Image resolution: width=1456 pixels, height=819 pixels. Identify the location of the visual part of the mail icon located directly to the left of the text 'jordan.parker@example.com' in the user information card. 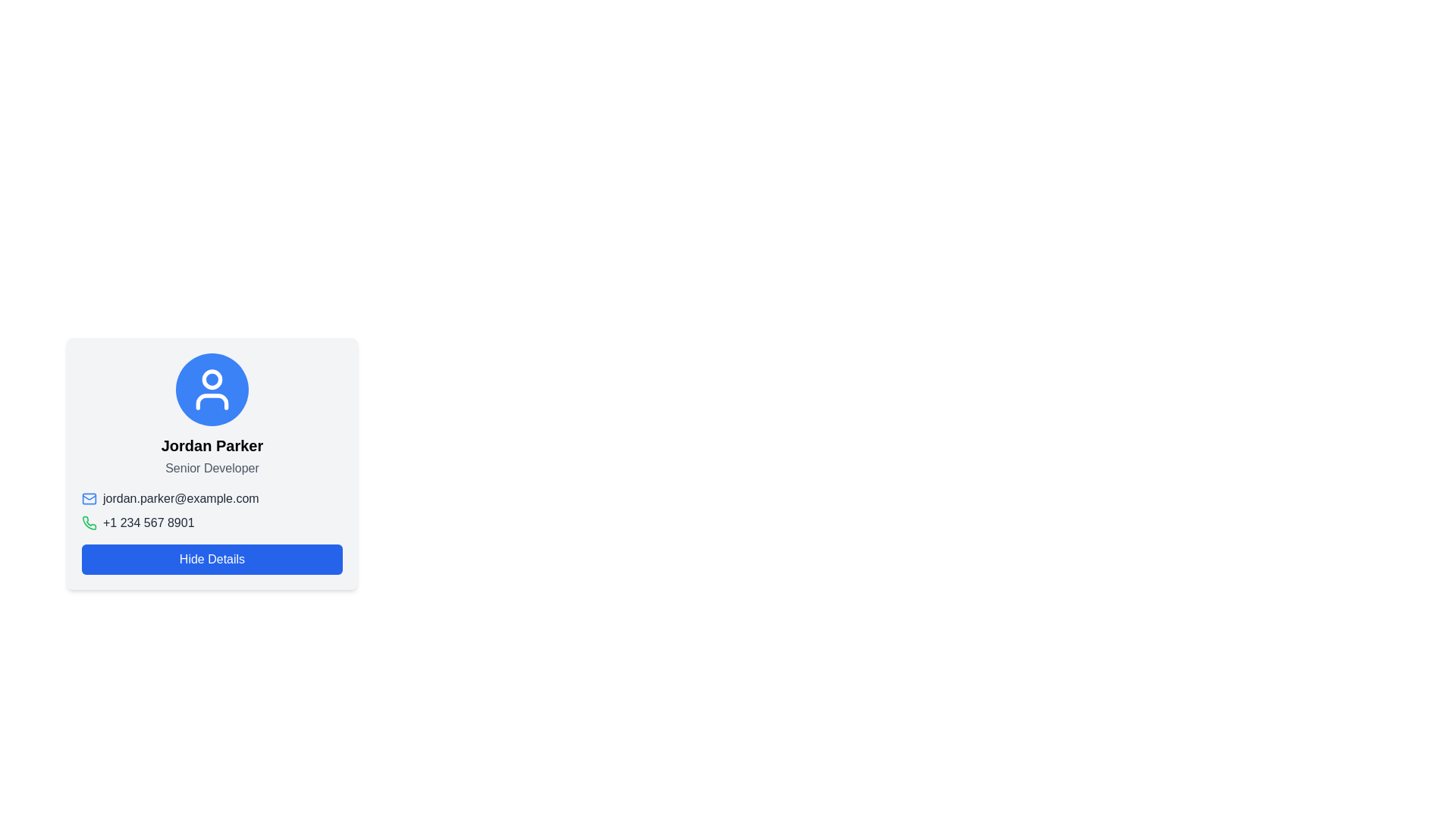
(89, 499).